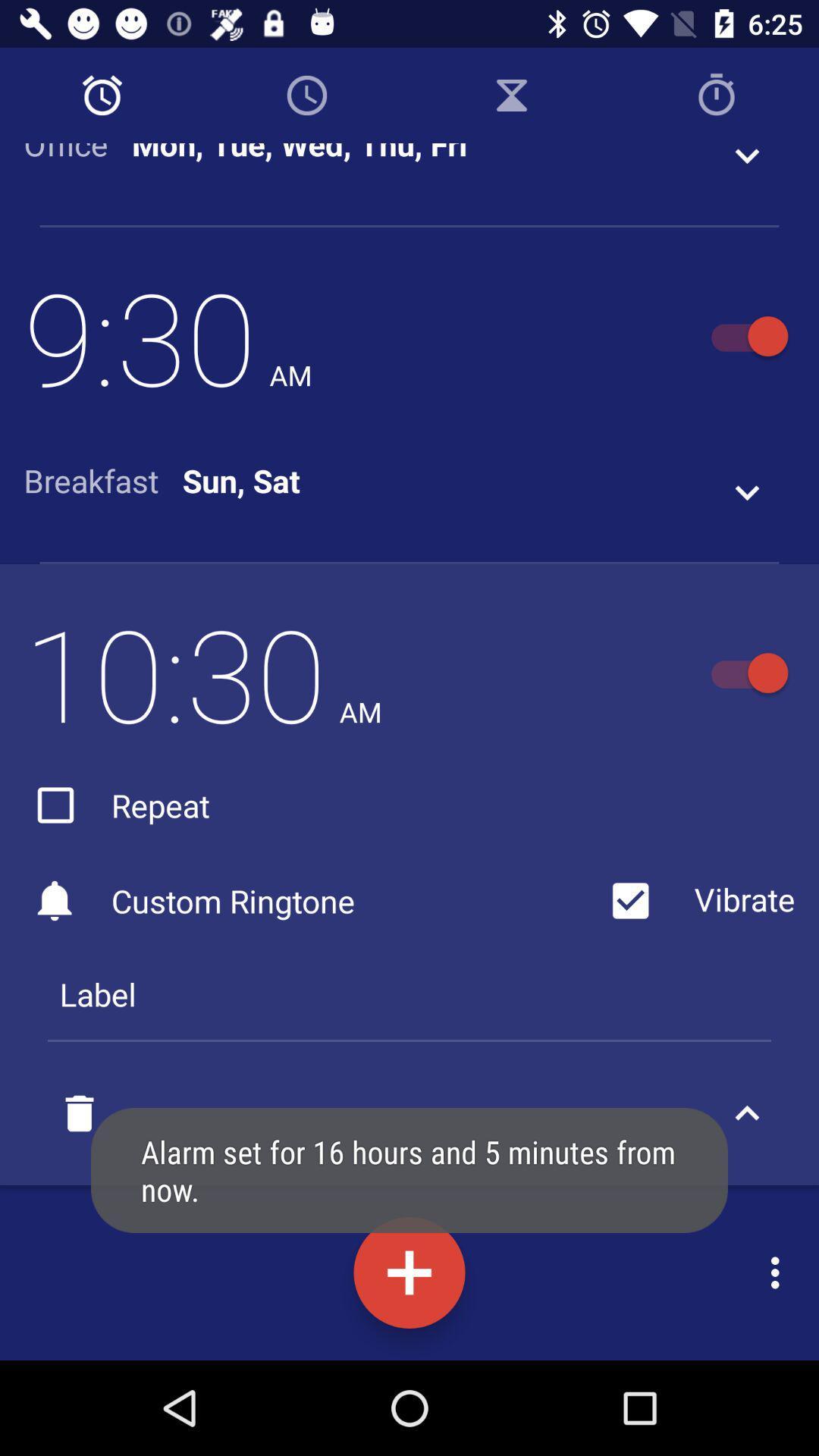 The image size is (819, 1456). I want to click on icon to the right of the office   icon, so click(300, 154).